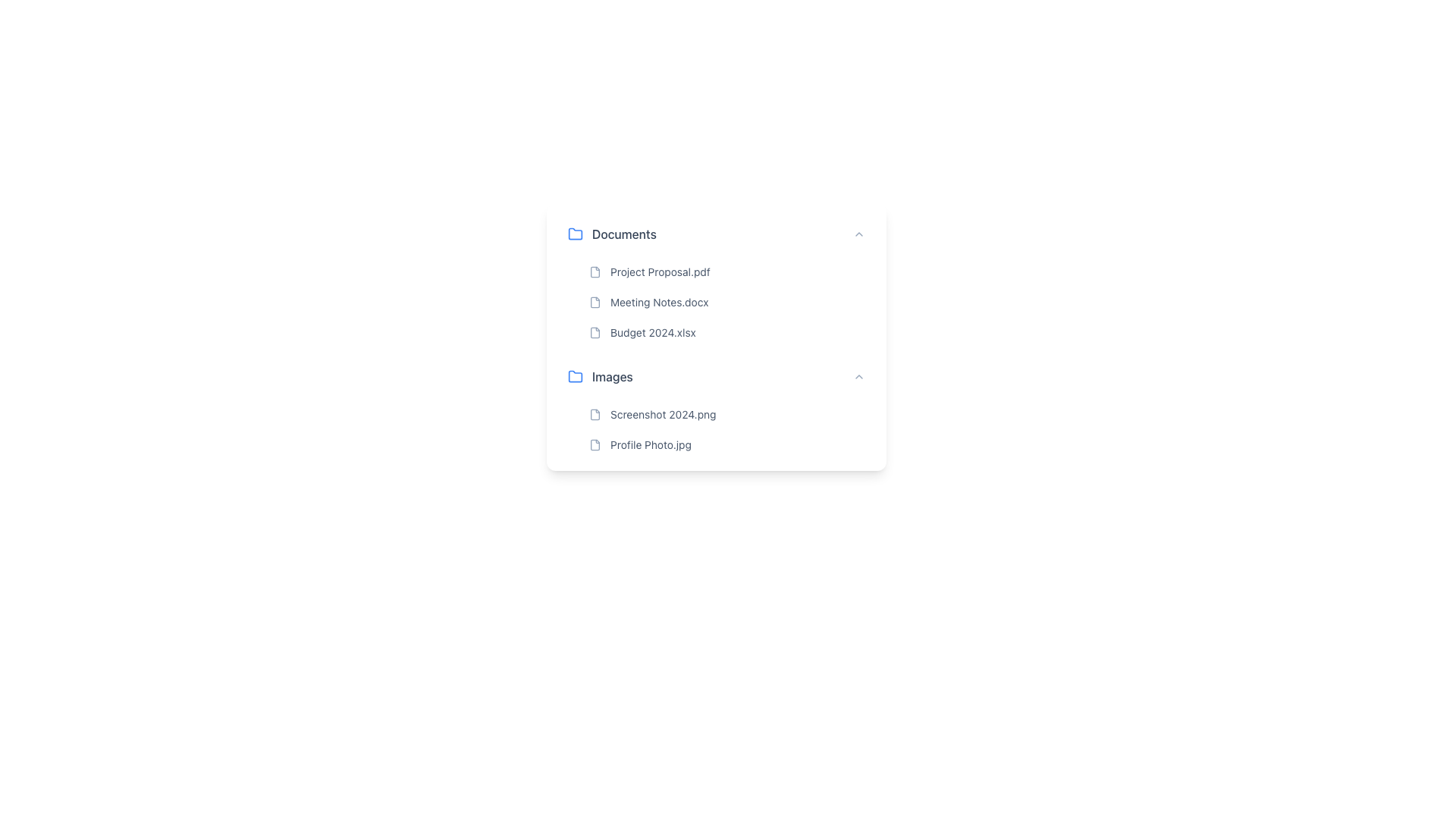  What do you see at coordinates (612, 234) in the screenshot?
I see `the 'Documents' label with folder icon, which is styled in blue and dark slate-gray` at bounding box center [612, 234].